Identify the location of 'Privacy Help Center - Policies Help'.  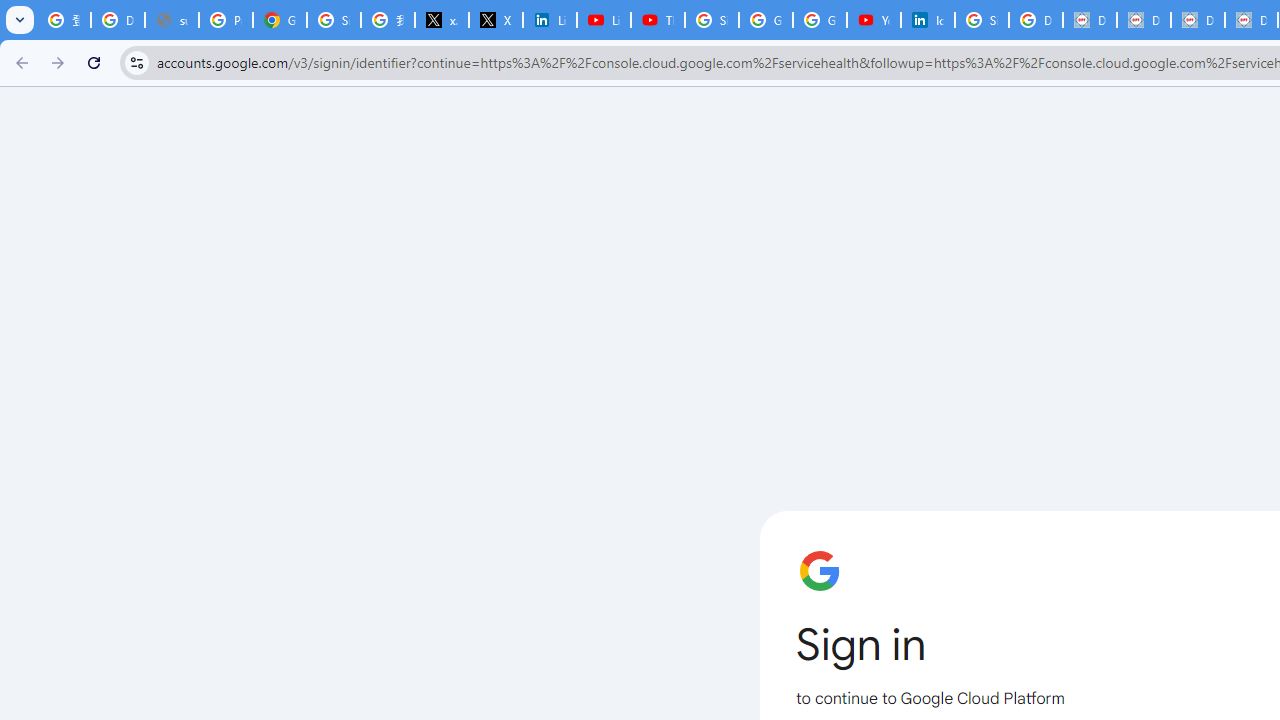
(225, 20).